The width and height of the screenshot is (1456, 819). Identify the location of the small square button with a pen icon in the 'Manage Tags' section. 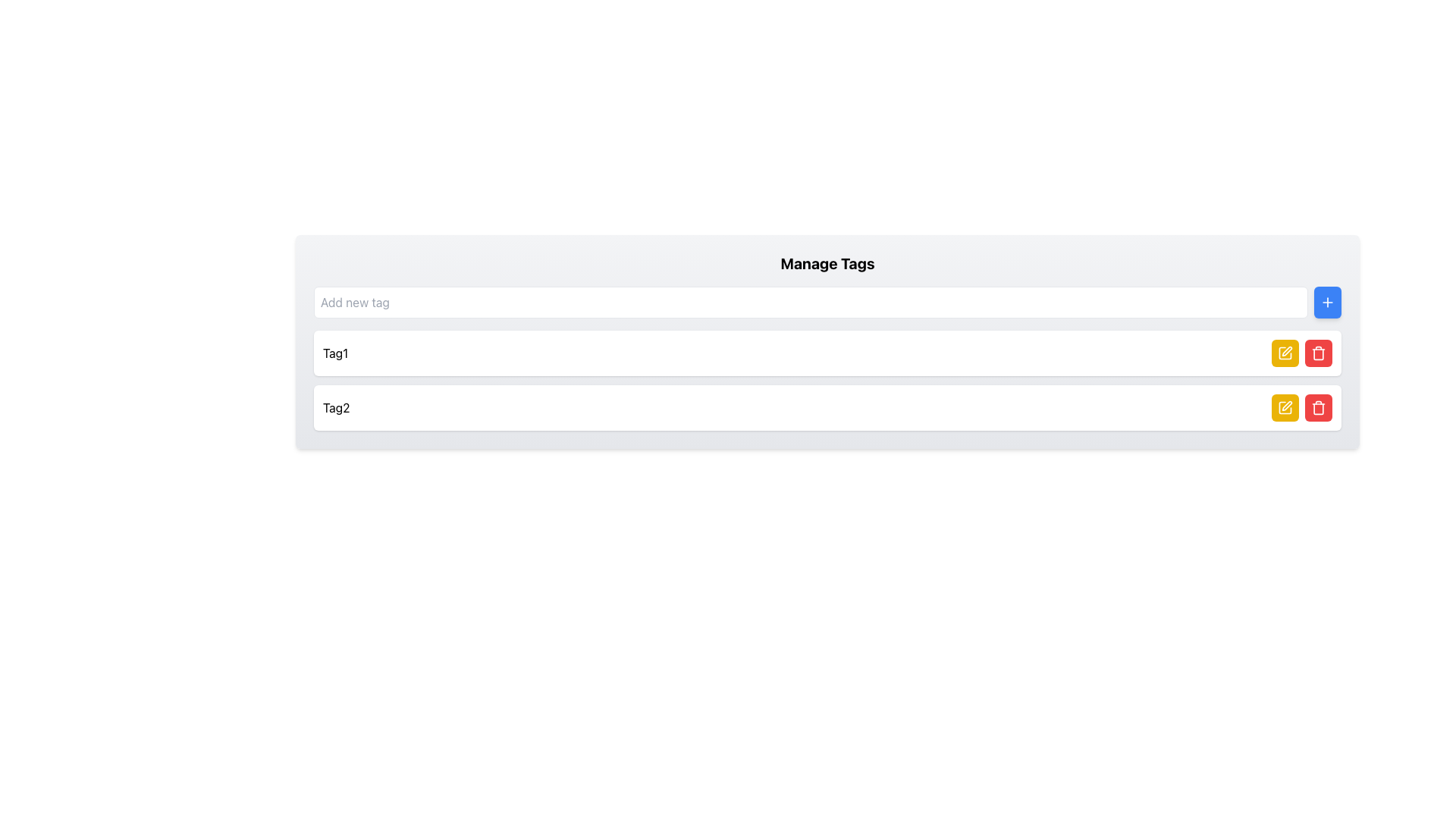
(1286, 351).